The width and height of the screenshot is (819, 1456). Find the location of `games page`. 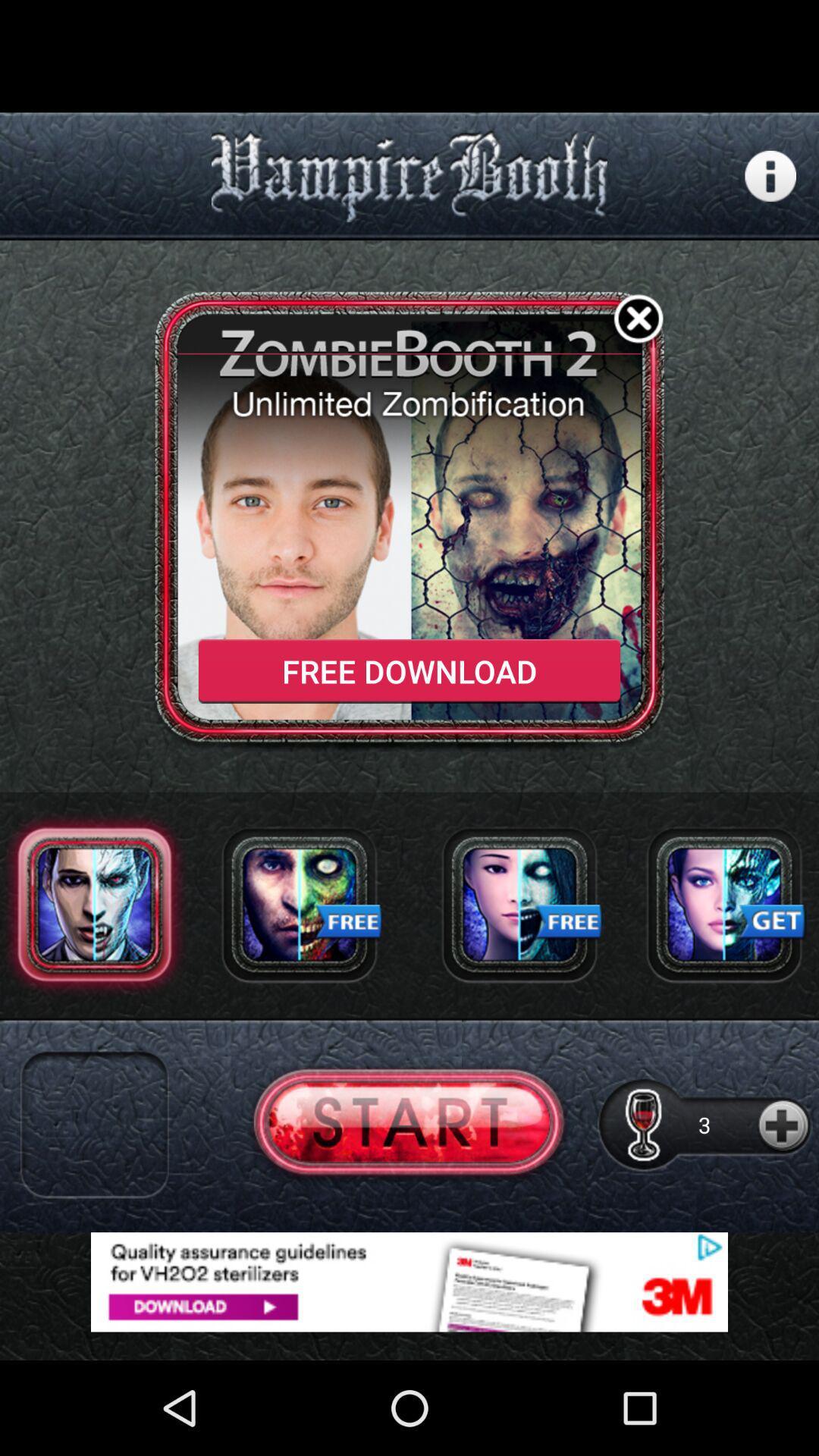

games page is located at coordinates (723, 904).